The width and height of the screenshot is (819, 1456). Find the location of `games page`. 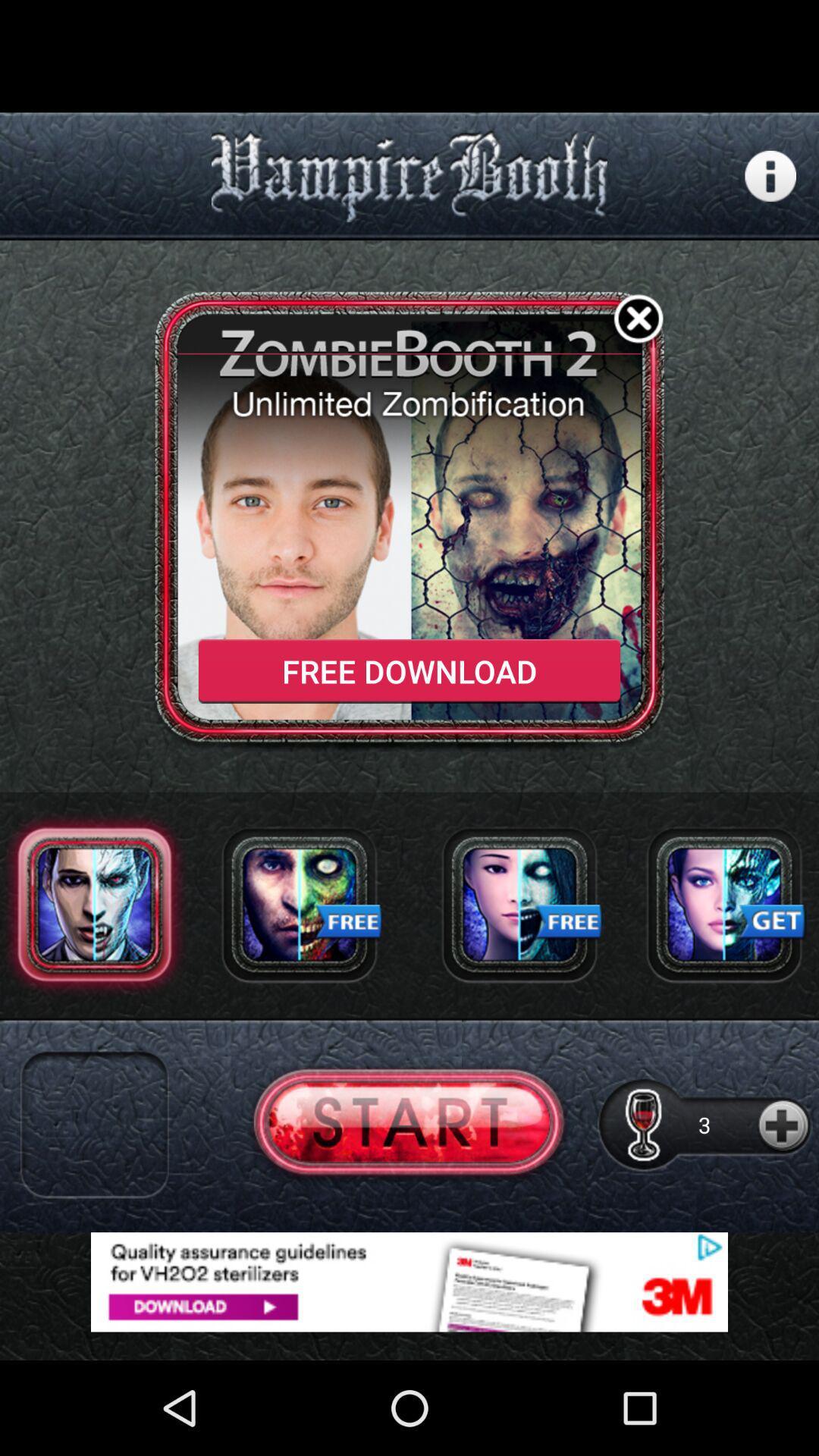

games page is located at coordinates (723, 904).